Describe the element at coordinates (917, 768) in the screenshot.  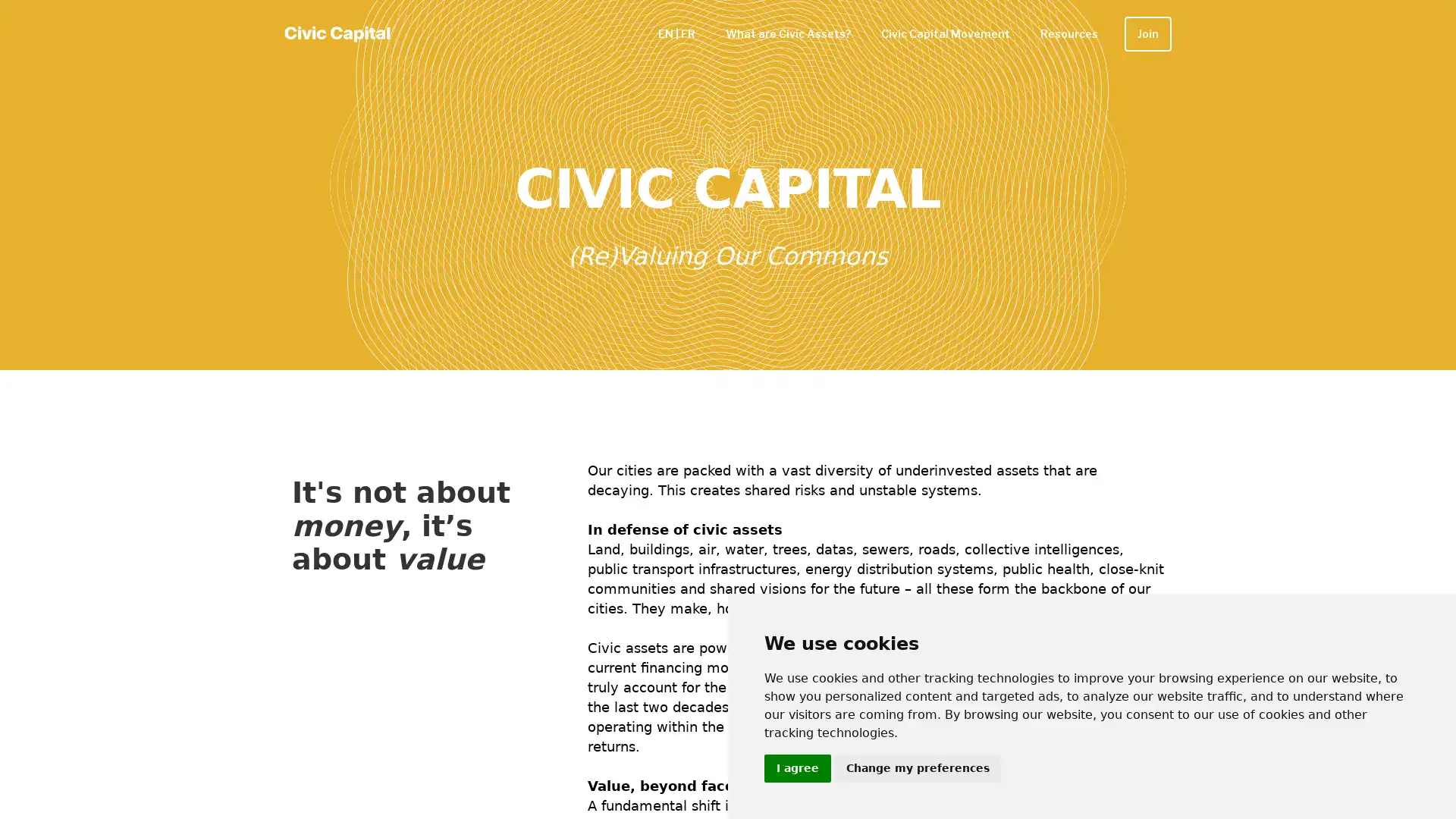
I see `Change my preferences` at that location.